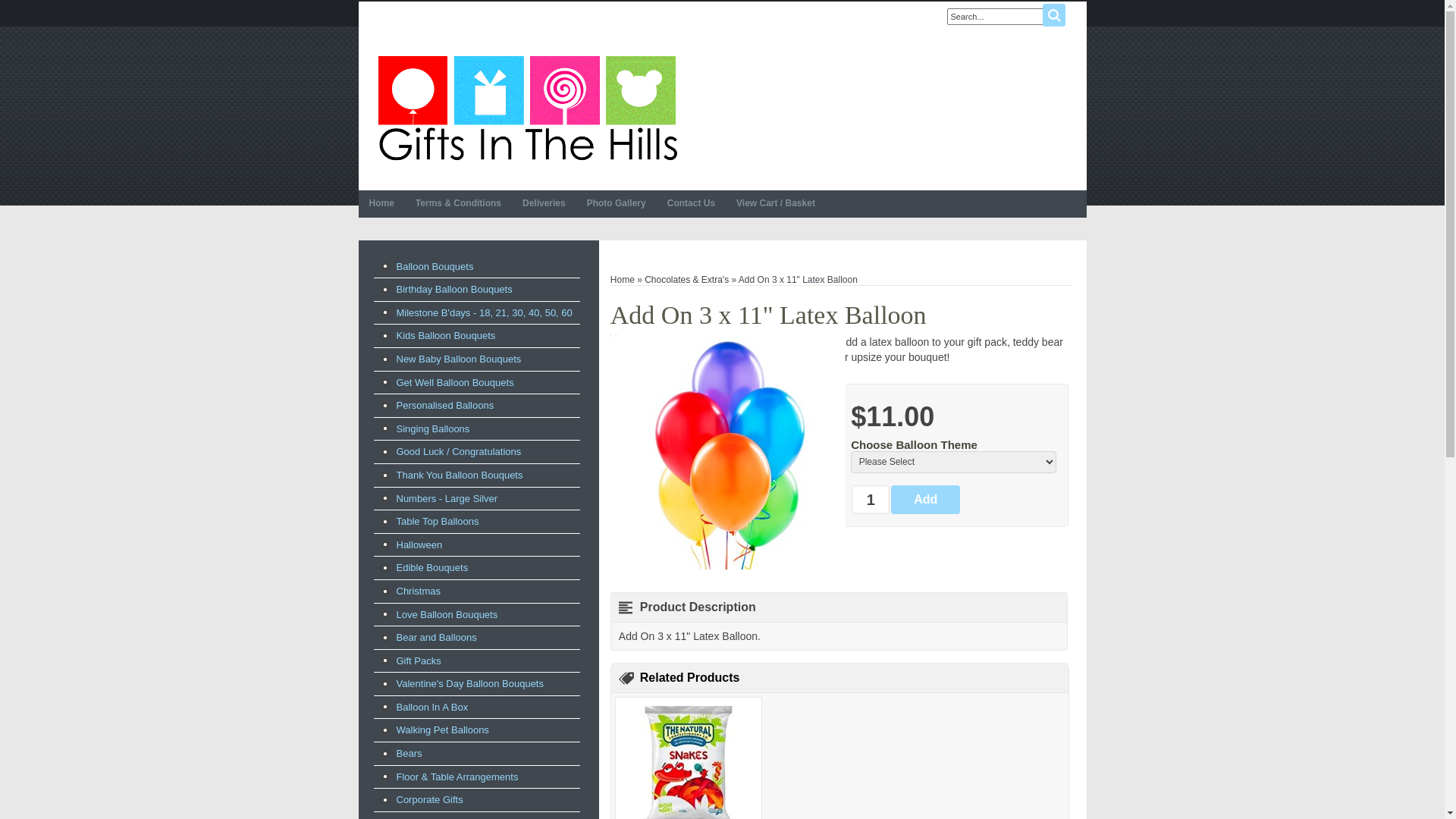  What do you see at coordinates (475, 499) in the screenshot?
I see `'Numbers - Large Silver'` at bounding box center [475, 499].